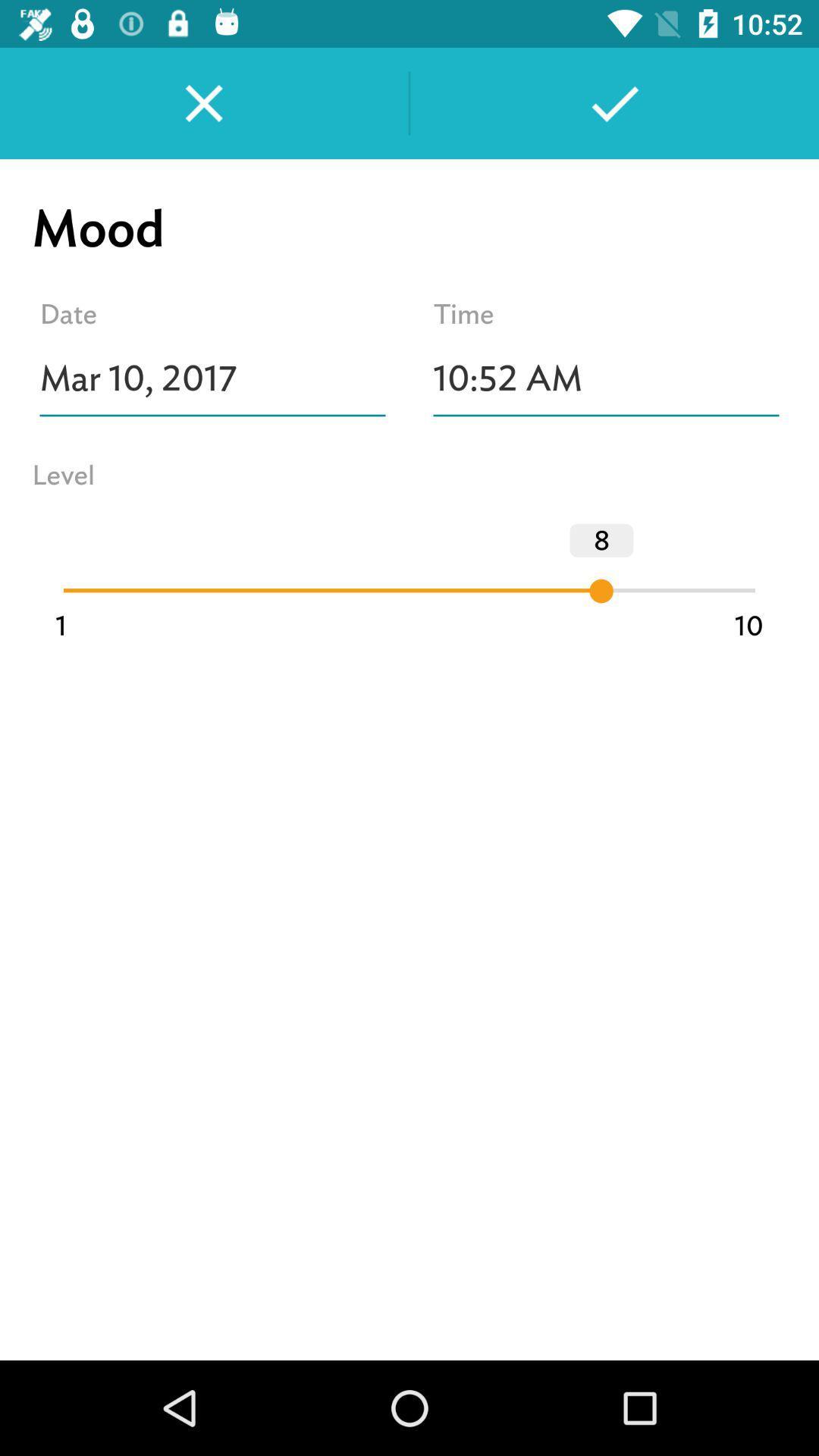  Describe the element at coordinates (605, 378) in the screenshot. I see `1052 am below time` at that location.